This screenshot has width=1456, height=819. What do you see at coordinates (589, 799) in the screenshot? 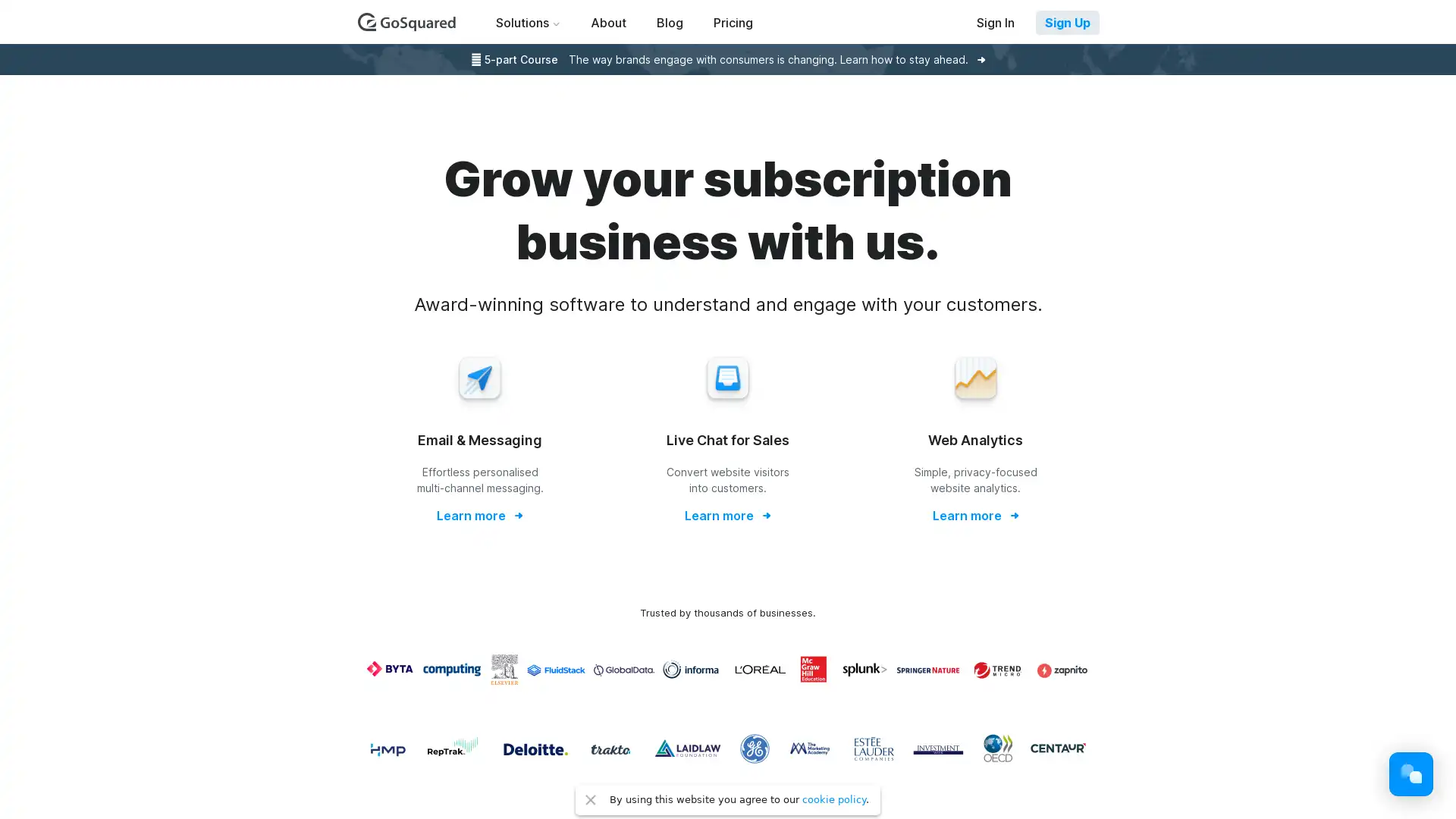
I see `Close` at bounding box center [589, 799].